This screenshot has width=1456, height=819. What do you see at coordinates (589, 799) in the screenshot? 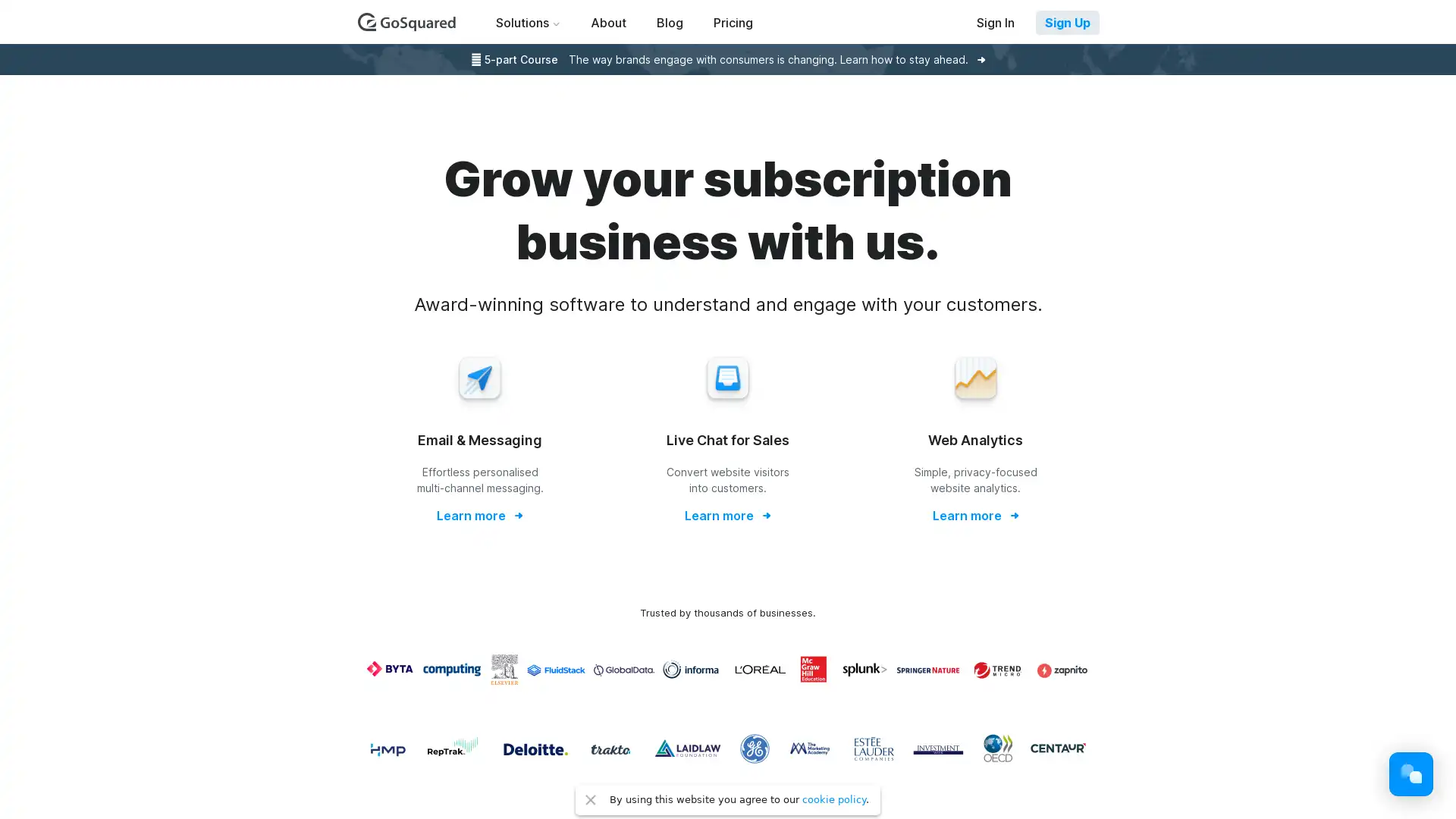
I see `Close` at bounding box center [589, 799].